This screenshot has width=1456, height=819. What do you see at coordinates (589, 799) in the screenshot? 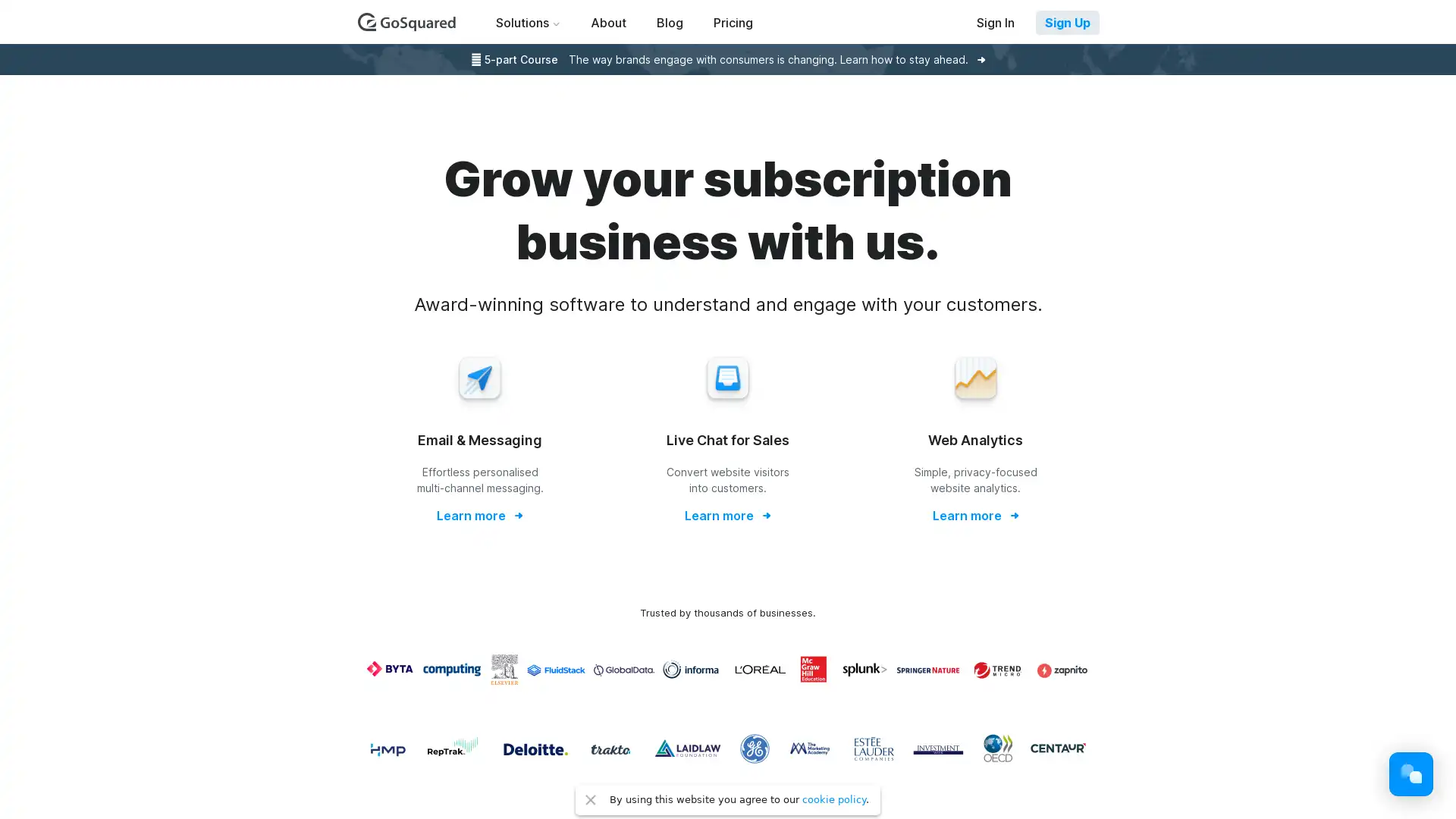
I see `Close` at bounding box center [589, 799].